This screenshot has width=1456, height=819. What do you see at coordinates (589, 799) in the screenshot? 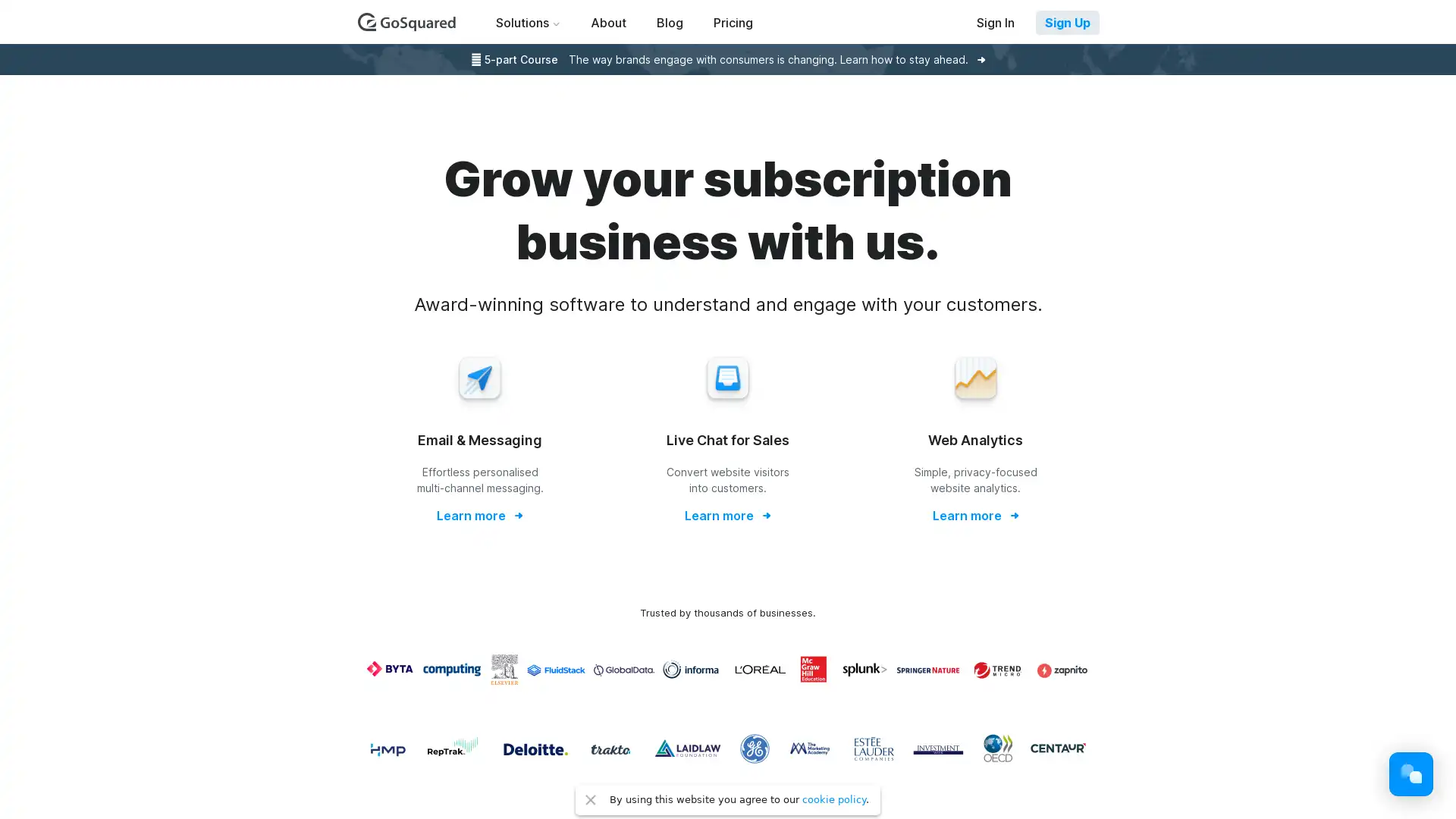
I see `Close` at bounding box center [589, 799].